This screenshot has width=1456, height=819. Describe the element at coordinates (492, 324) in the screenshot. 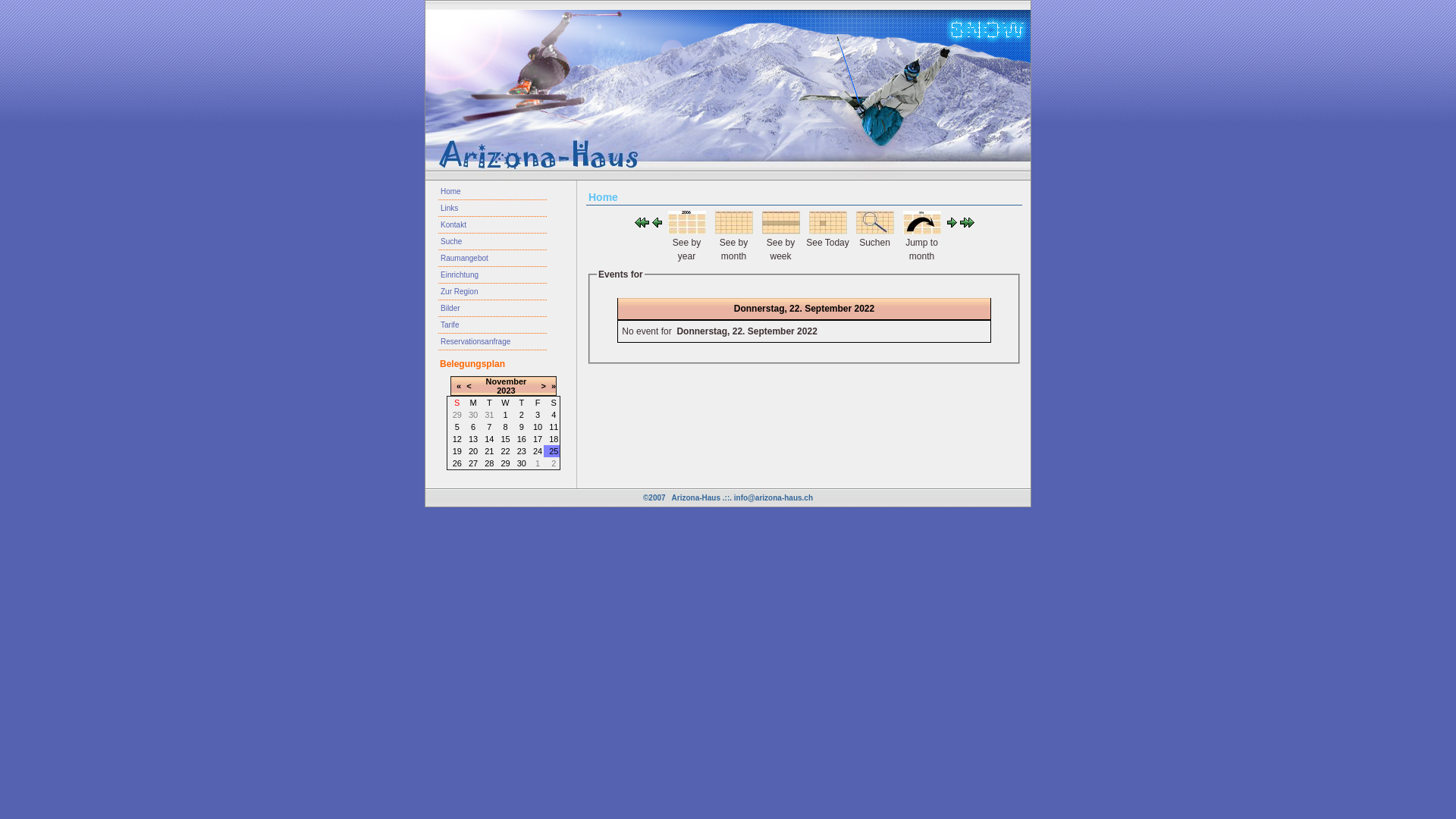

I see `'Tarife'` at that location.